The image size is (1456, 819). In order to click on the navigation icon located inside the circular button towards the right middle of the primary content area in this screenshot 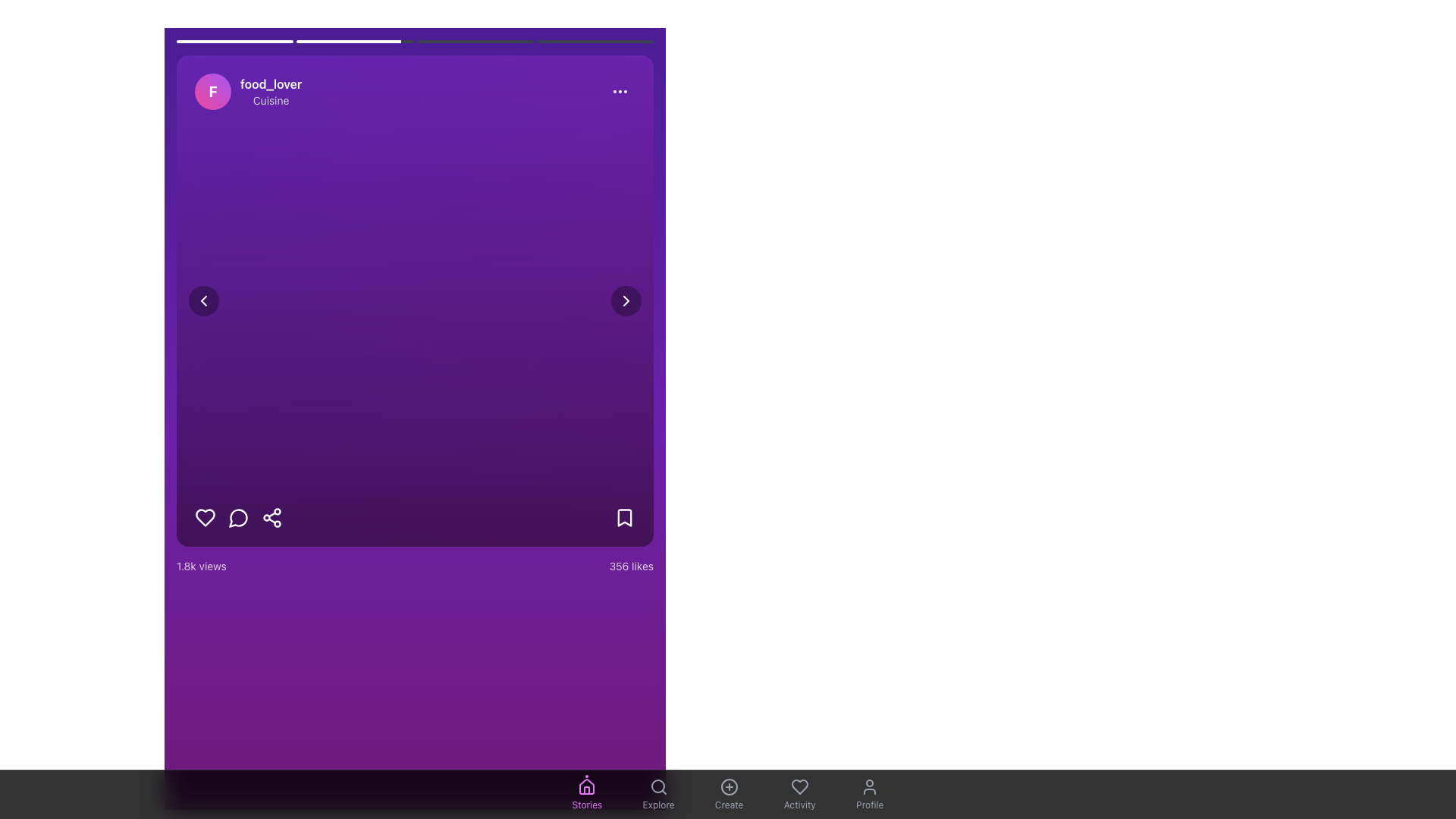, I will do `click(626, 301)`.